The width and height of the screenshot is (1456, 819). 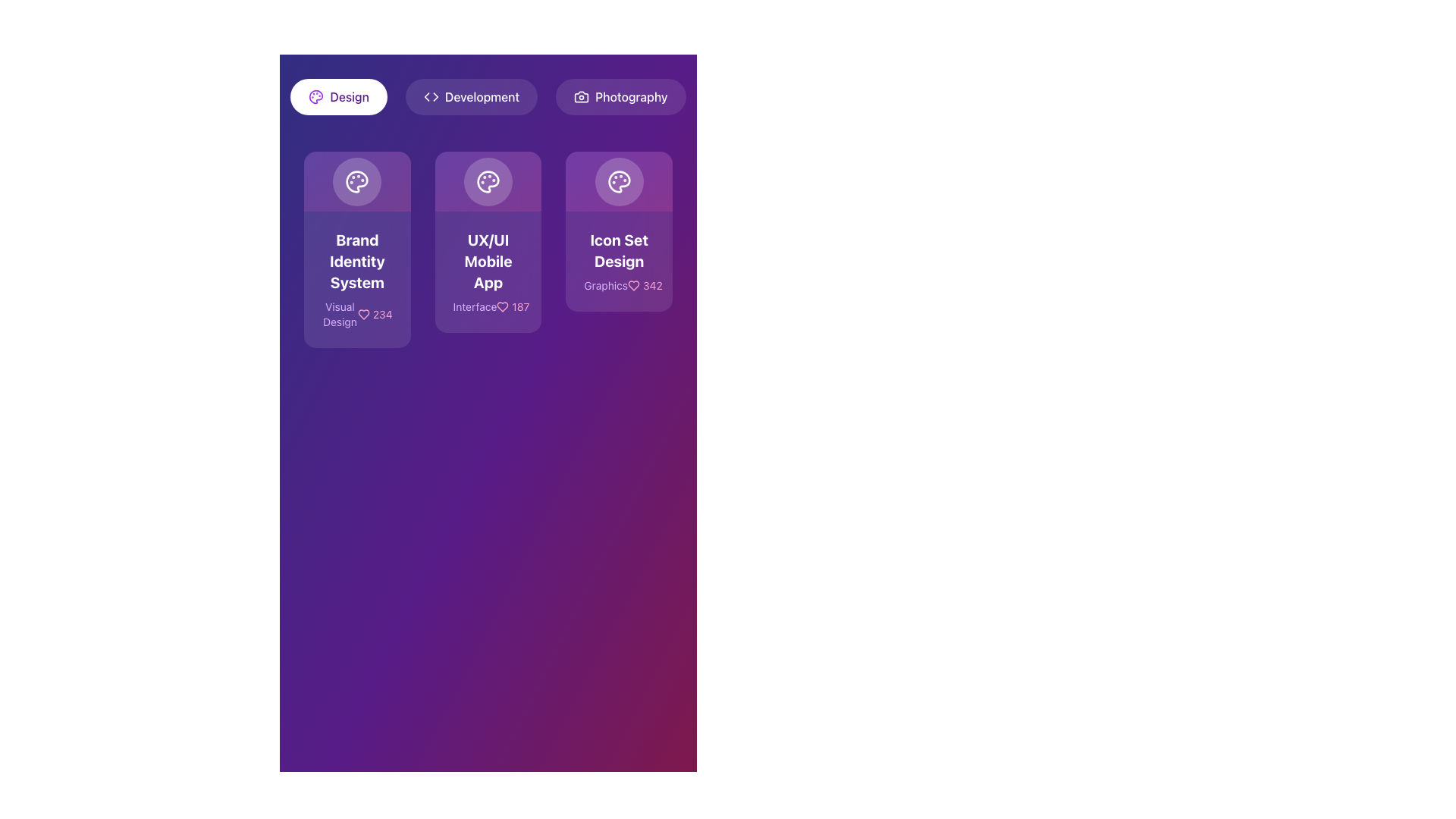 What do you see at coordinates (356, 261) in the screenshot?
I see `header text of the leftmost card in the group of three cards, positioned below the navigation bar` at bounding box center [356, 261].